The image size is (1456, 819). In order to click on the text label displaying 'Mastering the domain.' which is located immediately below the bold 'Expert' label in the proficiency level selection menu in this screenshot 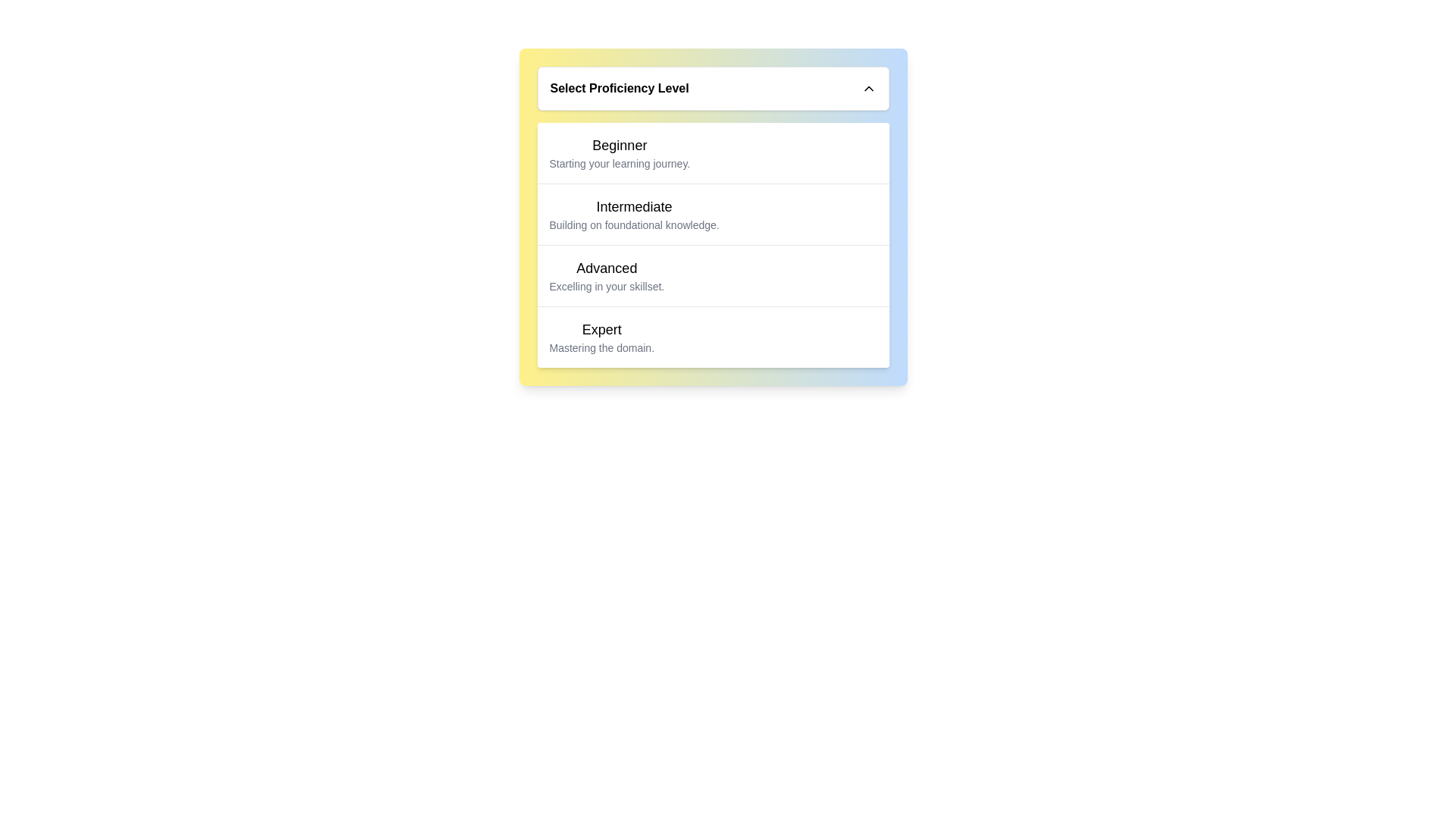, I will do `click(601, 348)`.